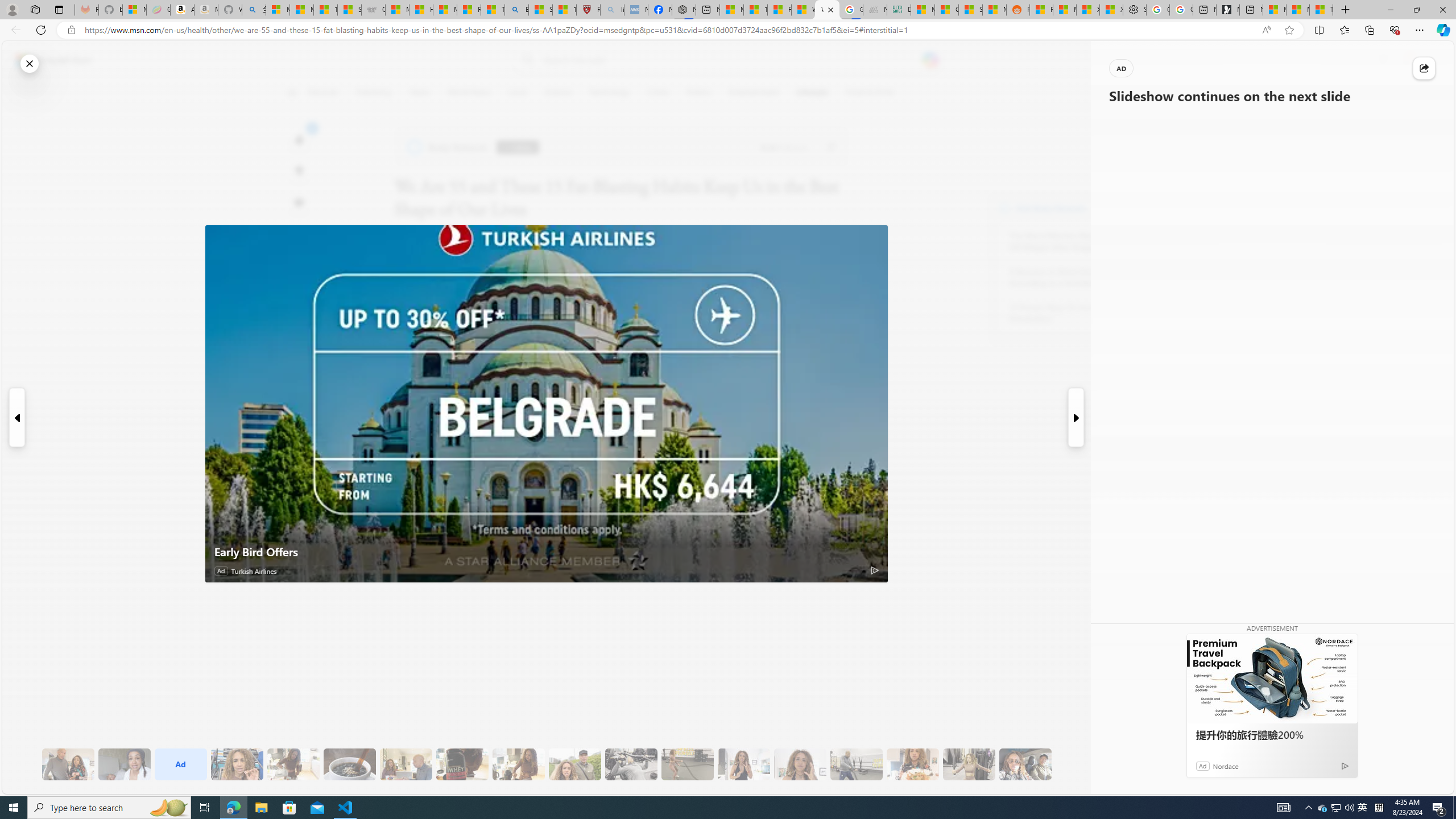 The height and width of the screenshot is (819, 1456). What do you see at coordinates (1321, 9) in the screenshot?
I see `'These 3 Stocks Pay You More Than 5% to Own Them'` at bounding box center [1321, 9].